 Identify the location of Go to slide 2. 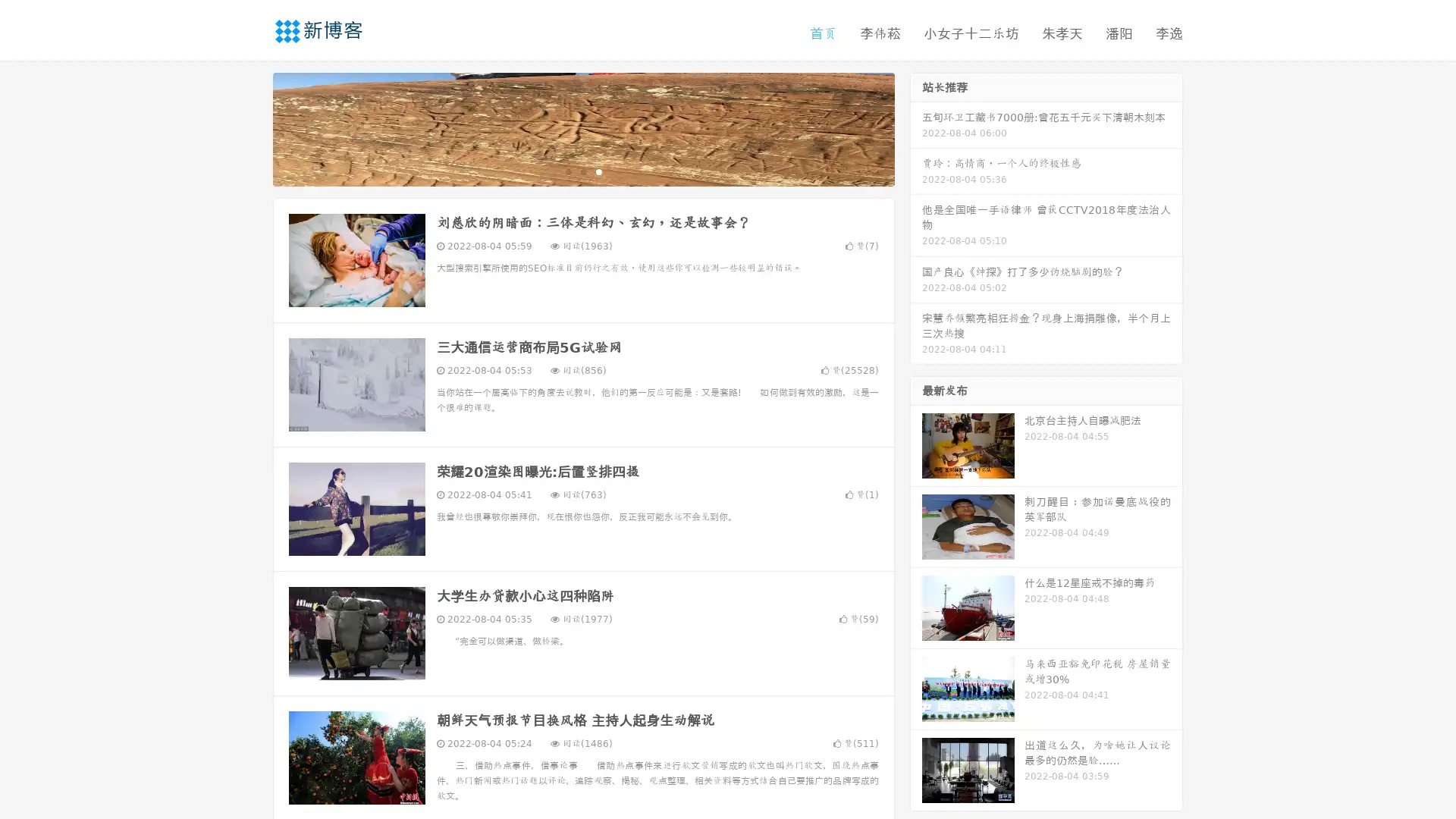
(582, 171).